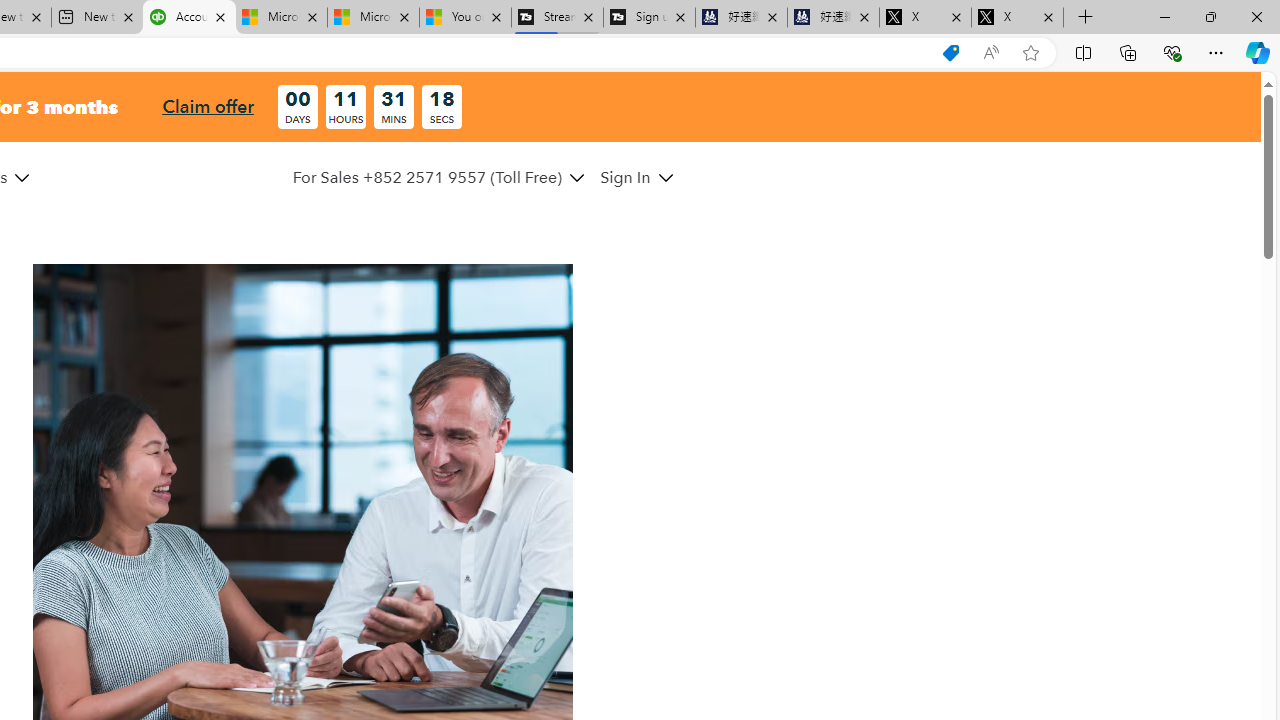  I want to click on 'Add this page to favorites (Ctrl+D)', so click(1031, 52).